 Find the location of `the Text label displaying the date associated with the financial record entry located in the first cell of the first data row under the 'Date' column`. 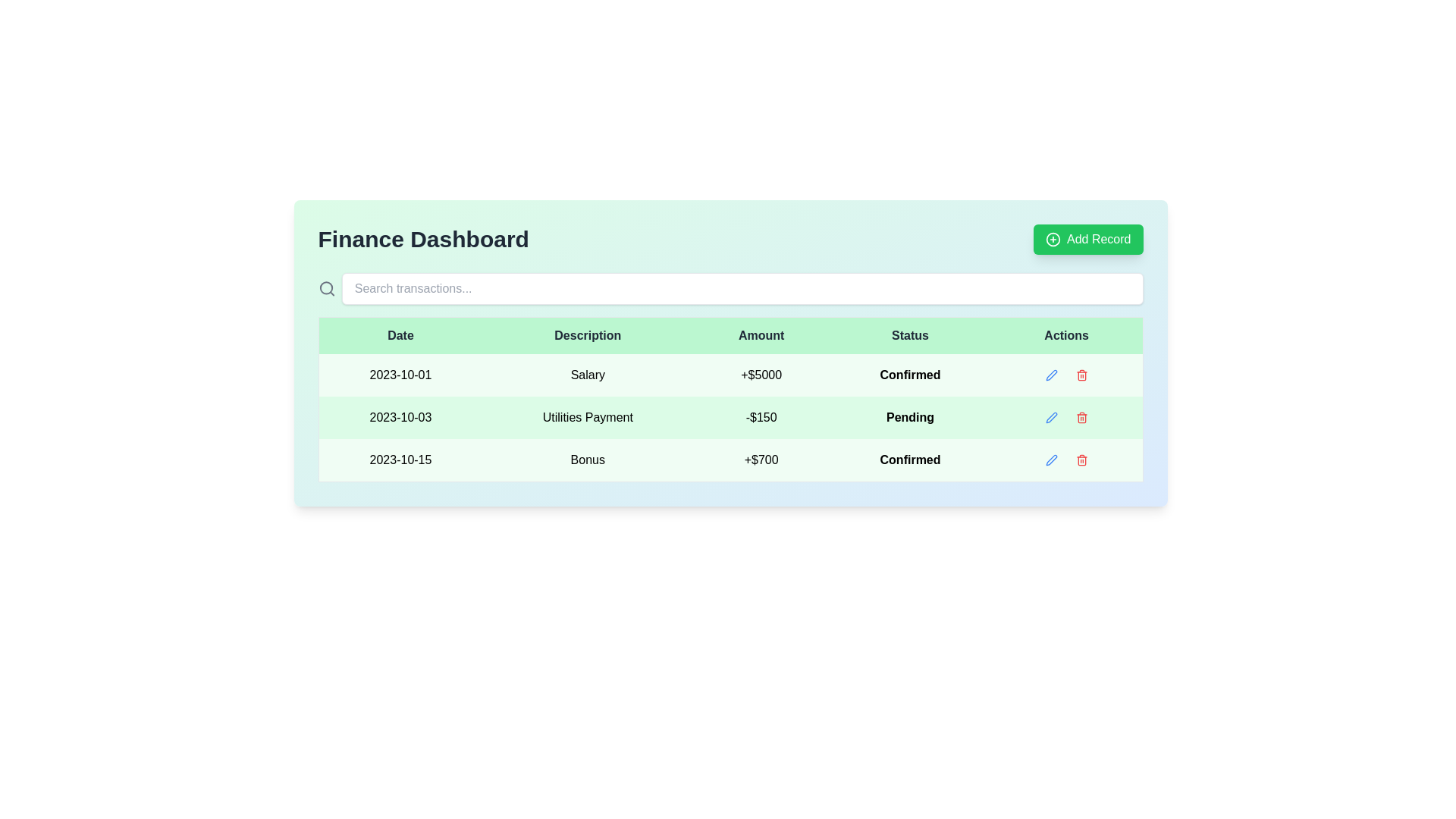

the Text label displaying the date associated with the financial record entry located in the first cell of the first data row under the 'Date' column is located at coordinates (400, 375).